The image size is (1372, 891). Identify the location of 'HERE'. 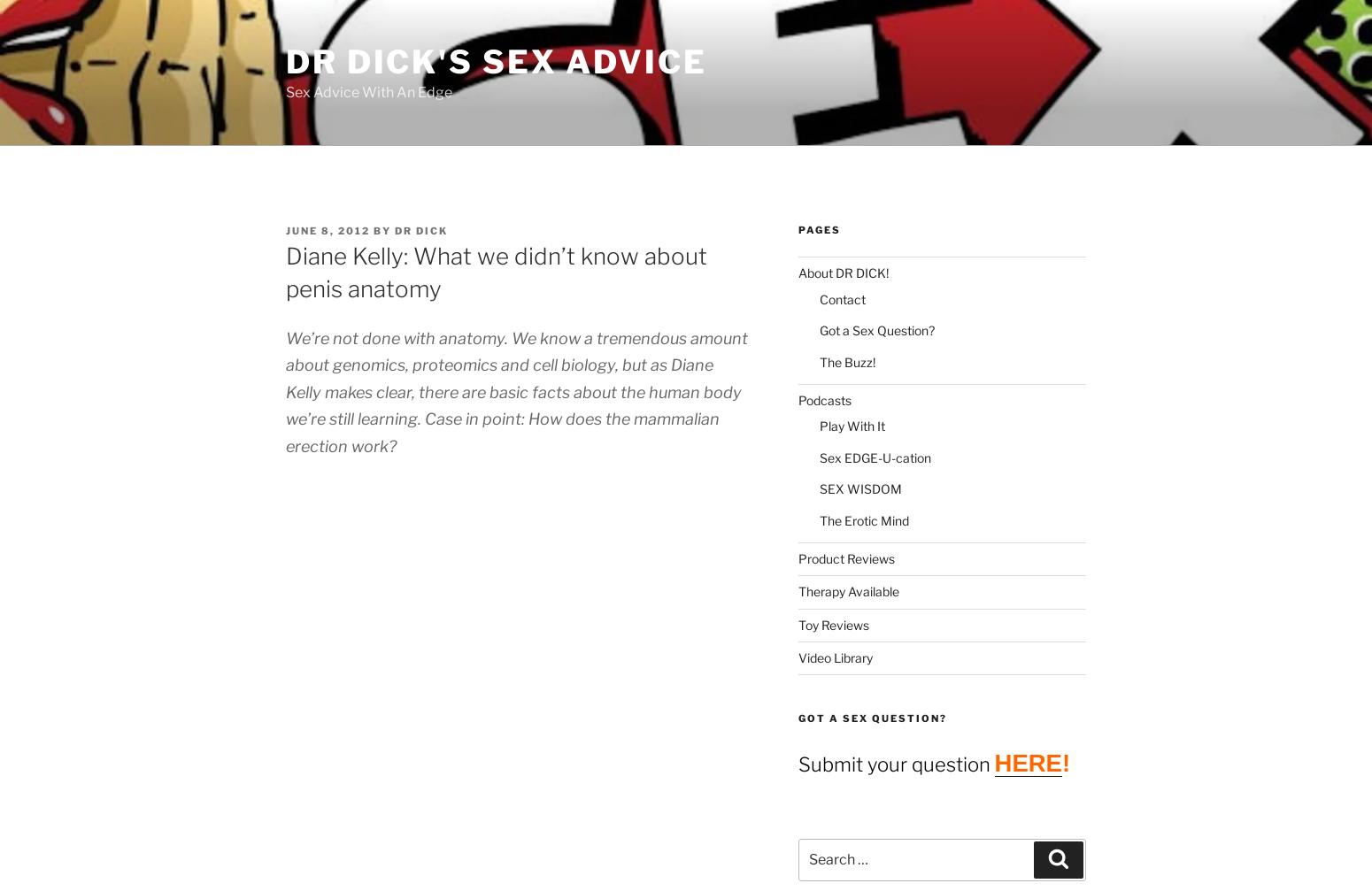
(1026, 761).